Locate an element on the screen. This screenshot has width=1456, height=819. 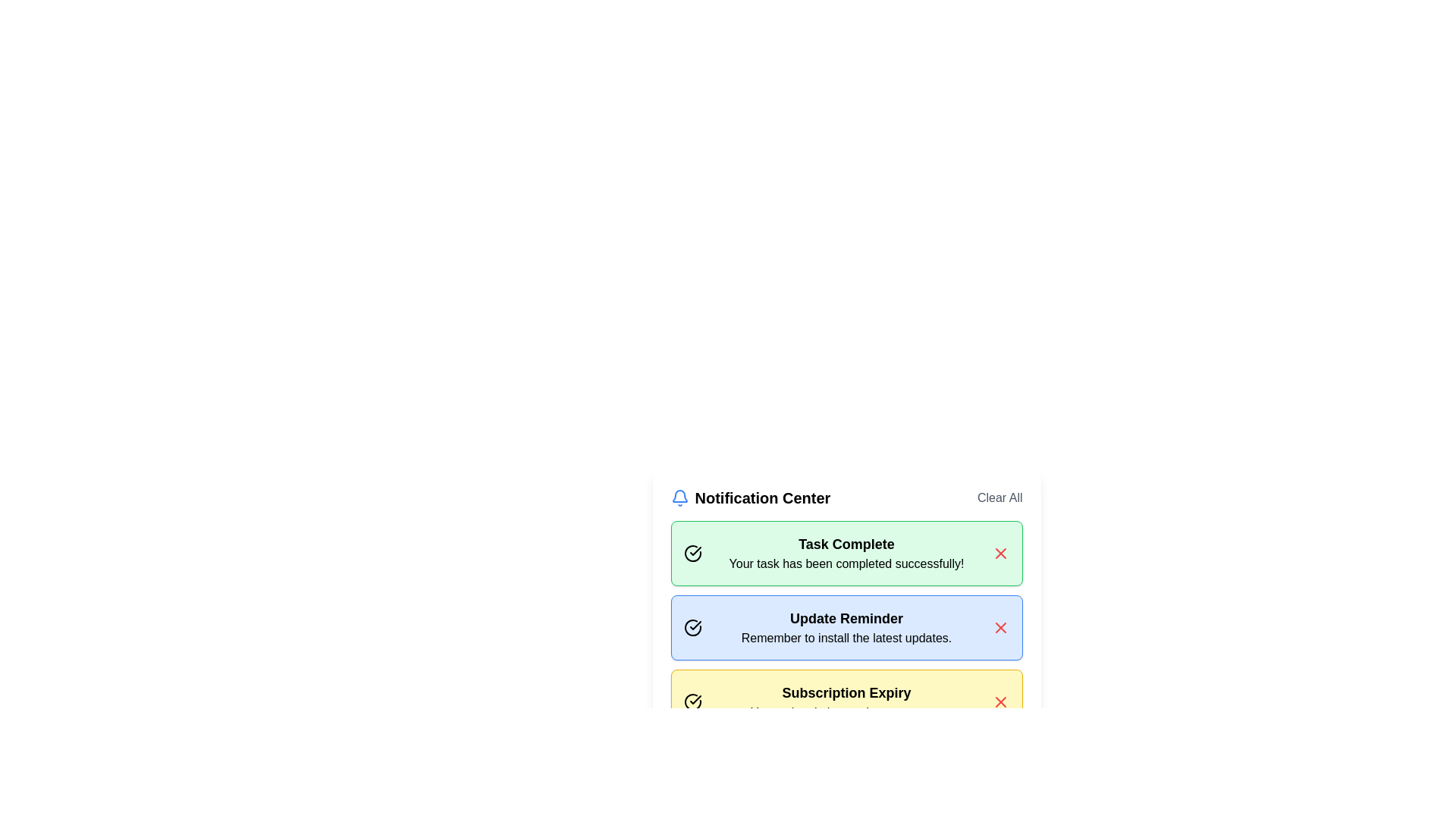
the completion icon located at the top-left corner of the green notification card titled 'Task Complete' is located at coordinates (692, 553).